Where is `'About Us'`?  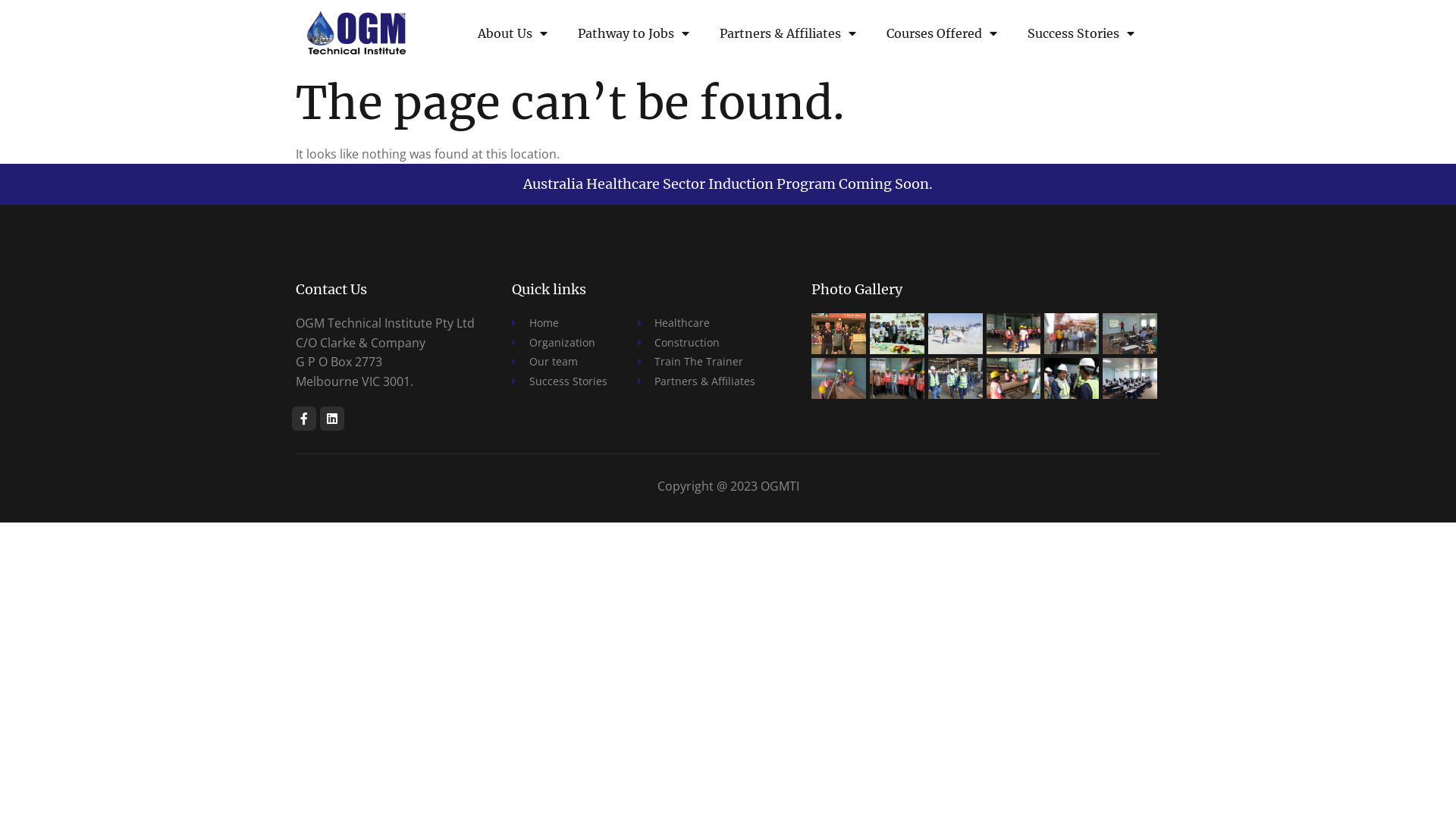
'About Us' is located at coordinates (461, 33).